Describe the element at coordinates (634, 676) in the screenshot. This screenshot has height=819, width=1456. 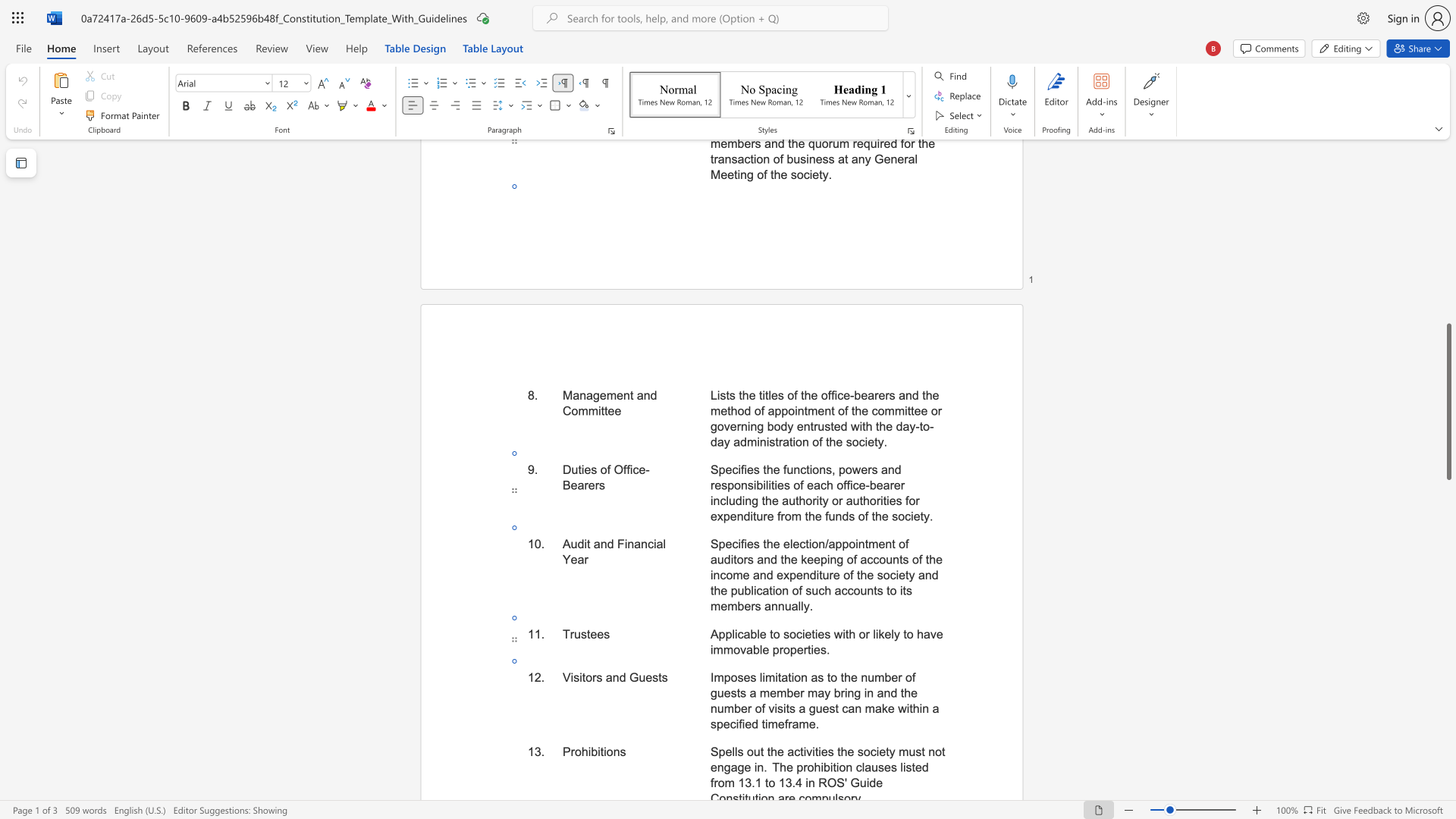
I see `the 1th character "G" in the text` at that location.